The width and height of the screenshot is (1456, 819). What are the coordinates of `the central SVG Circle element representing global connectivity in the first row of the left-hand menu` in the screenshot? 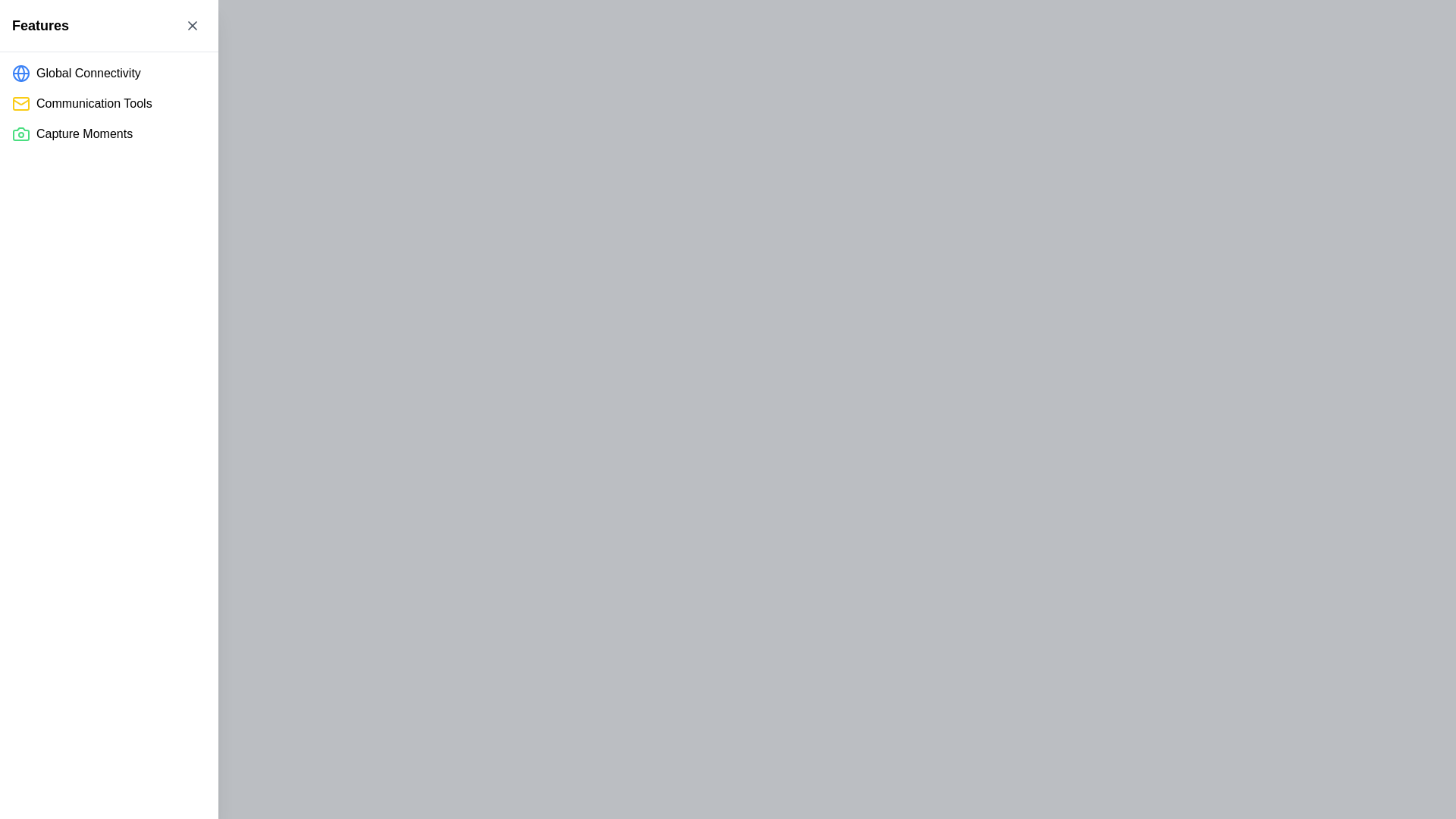 It's located at (21, 73).